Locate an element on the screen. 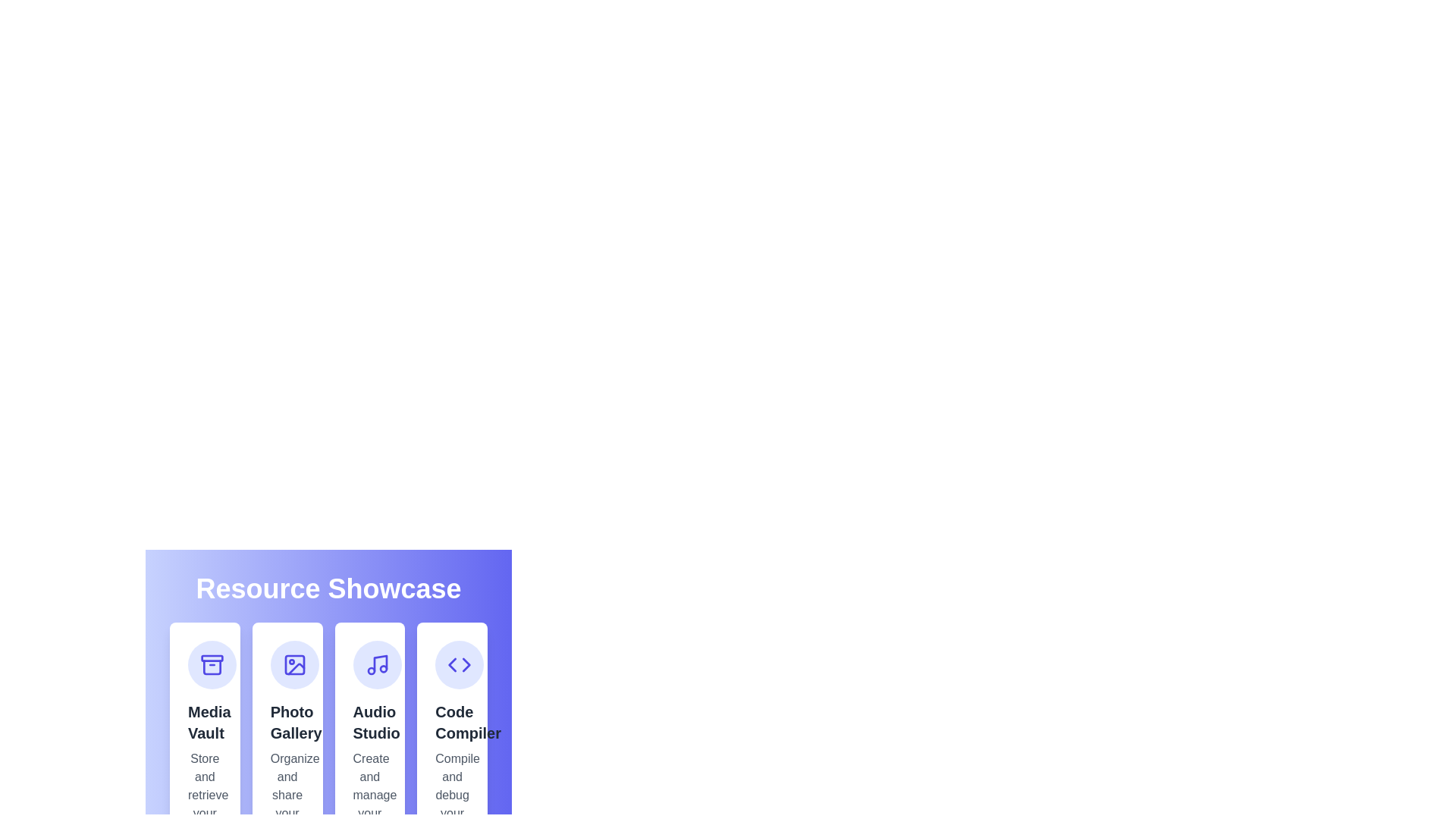 Image resolution: width=1456 pixels, height=819 pixels. the rounded coding icon with a light indigo background located in the 'Code Compiler' column is located at coordinates (459, 664).